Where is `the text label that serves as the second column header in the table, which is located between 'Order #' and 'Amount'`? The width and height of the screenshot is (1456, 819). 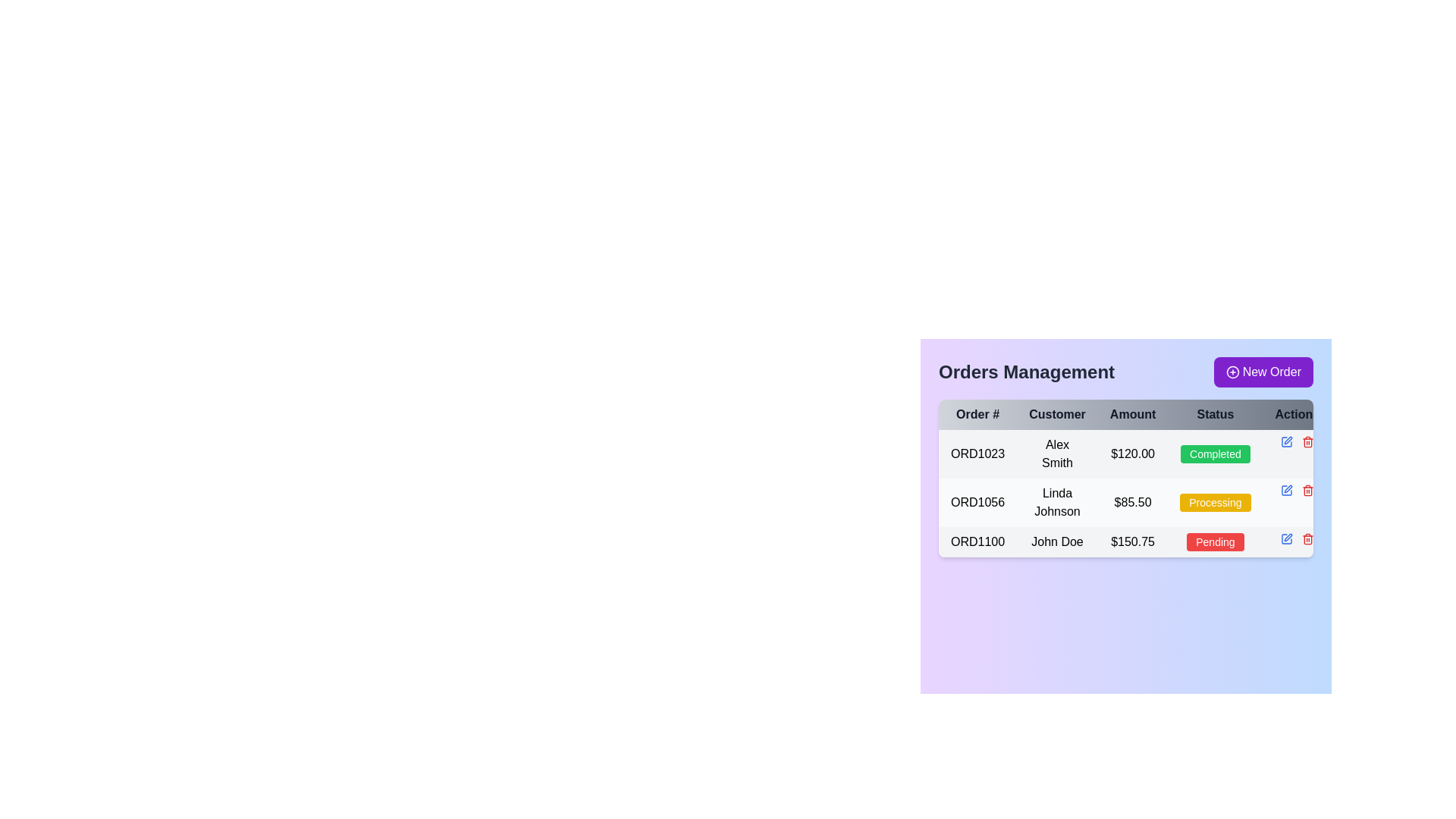 the text label that serves as the second column header in the table, which is located between 'Order #' and 'Amount' is located at coordinates (1056, 415).